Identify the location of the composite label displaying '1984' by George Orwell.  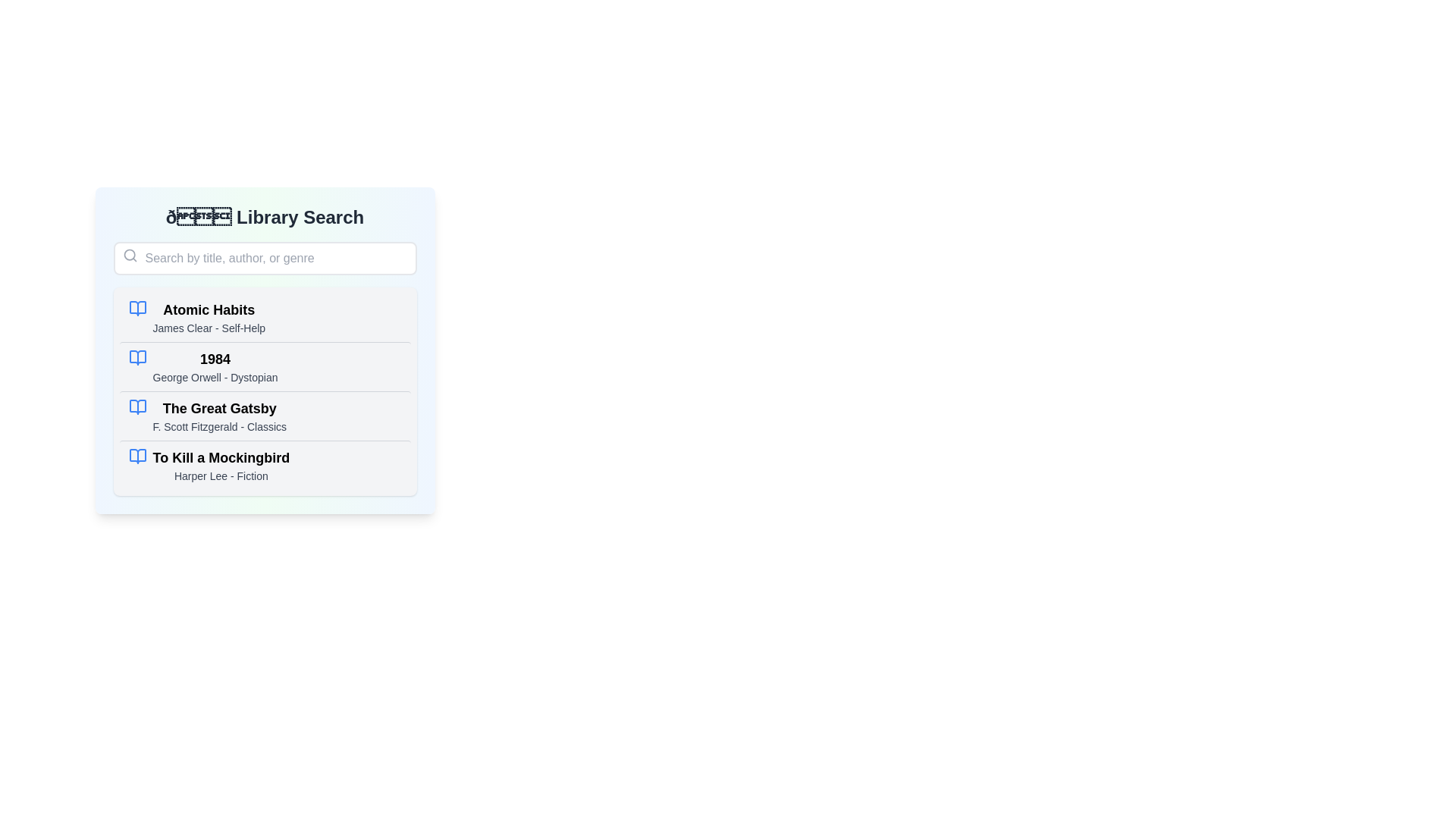
(214, 366).